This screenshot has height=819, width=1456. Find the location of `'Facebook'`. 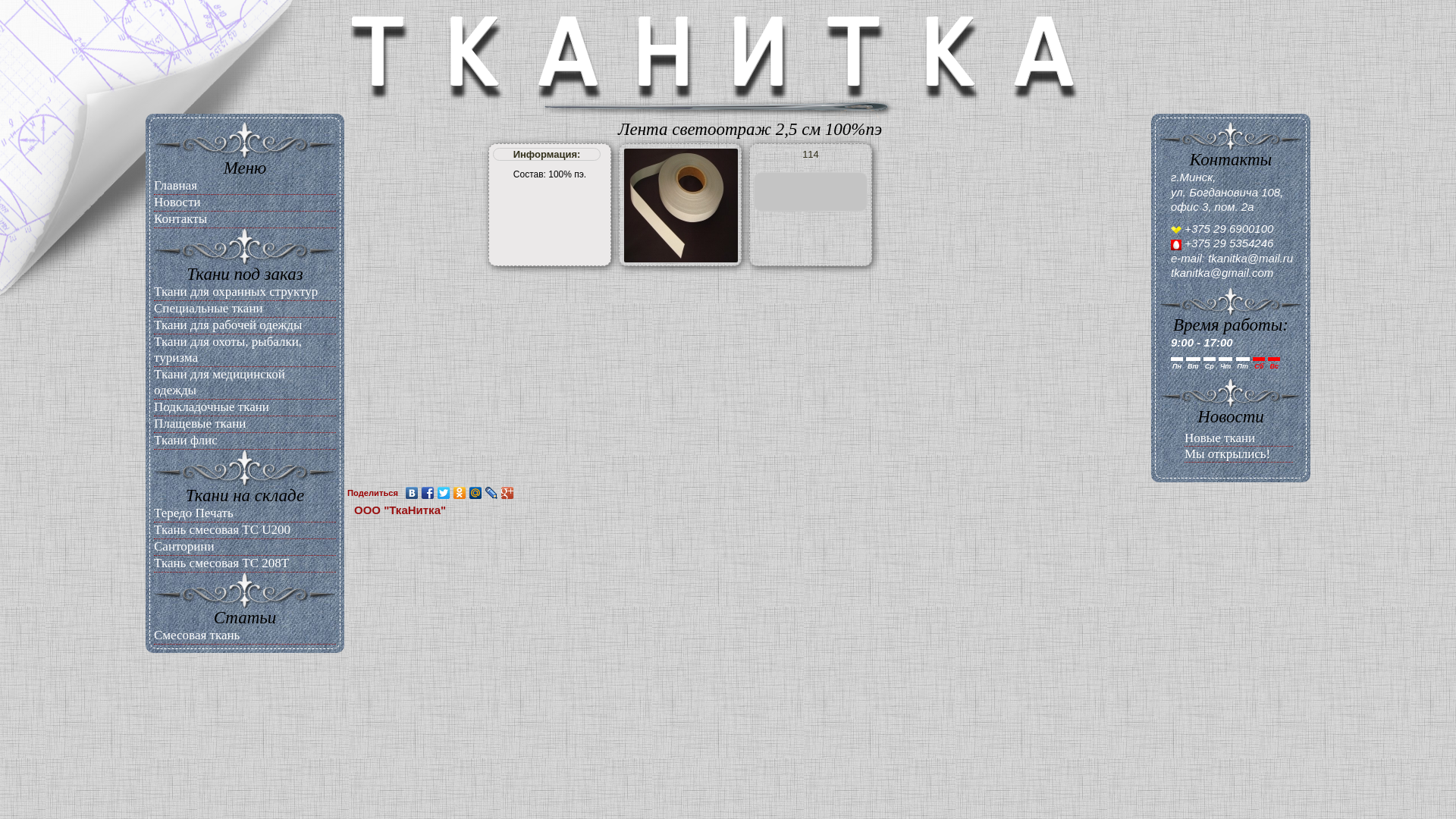

'Facebook' is located at coordinates (427, 493).